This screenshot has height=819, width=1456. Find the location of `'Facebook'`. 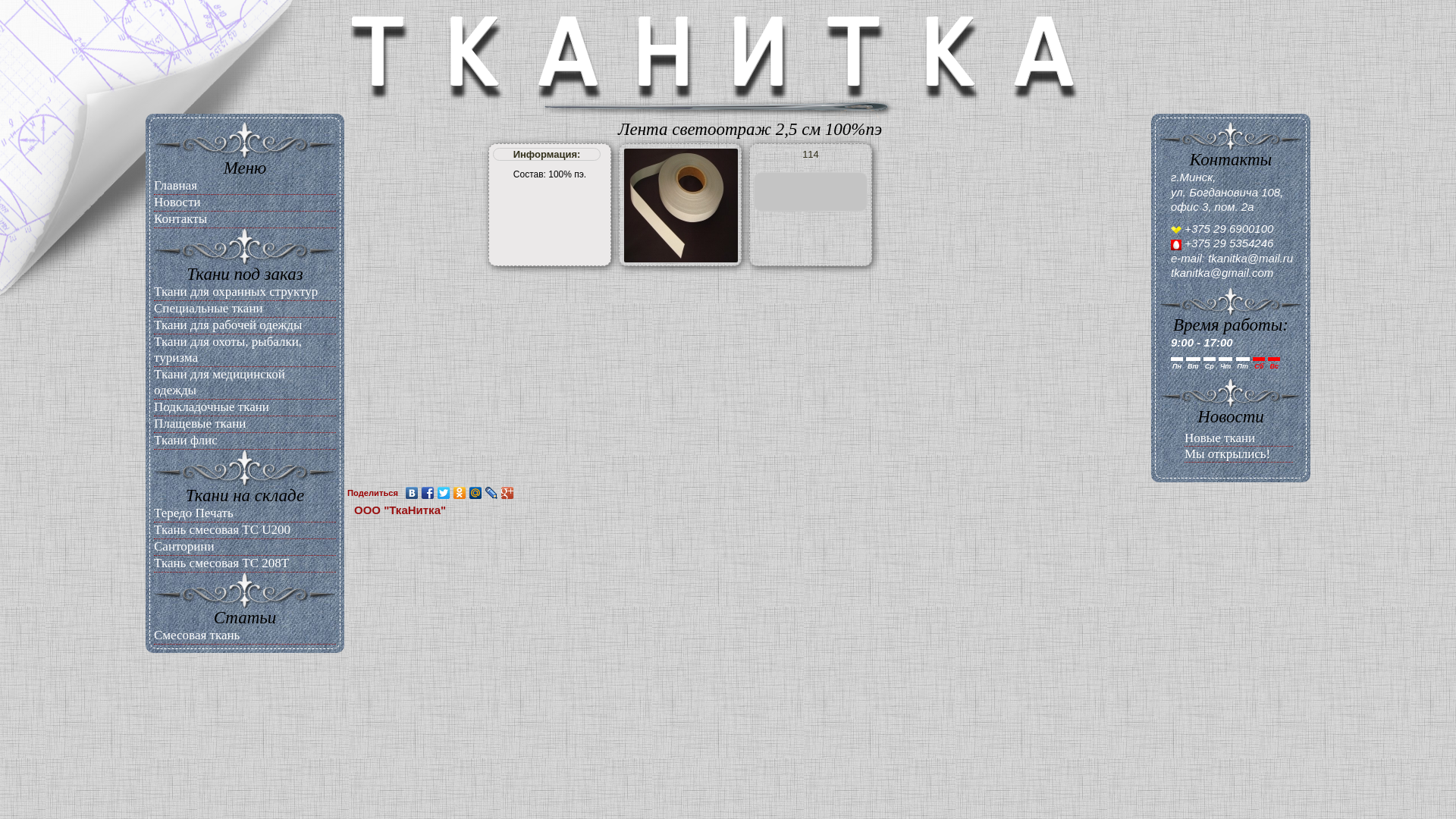

'Facebook' is located at coordinates (427, 493).